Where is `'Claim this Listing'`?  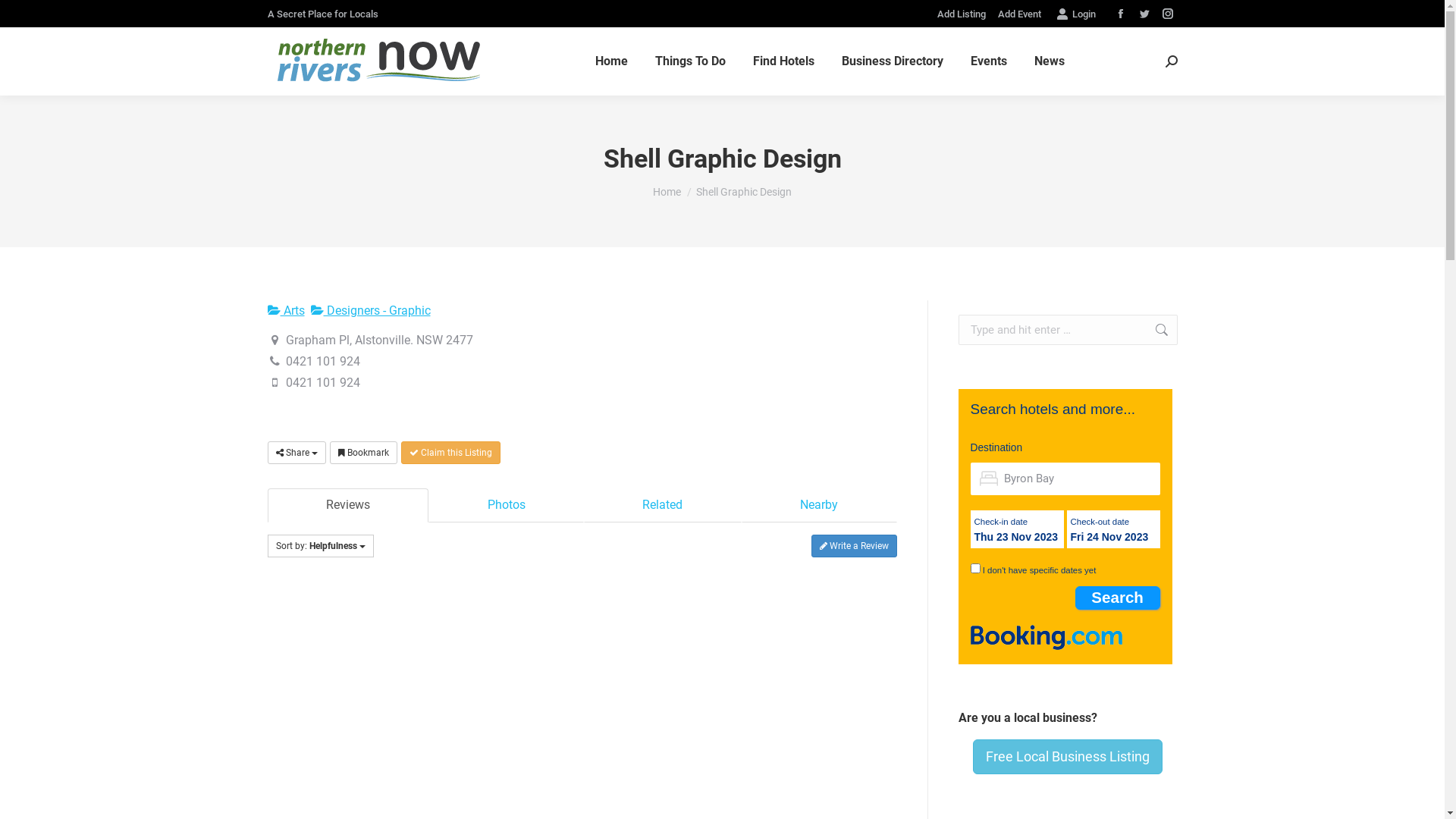
'Claim this Listing' is located at coordinates (449, 452).